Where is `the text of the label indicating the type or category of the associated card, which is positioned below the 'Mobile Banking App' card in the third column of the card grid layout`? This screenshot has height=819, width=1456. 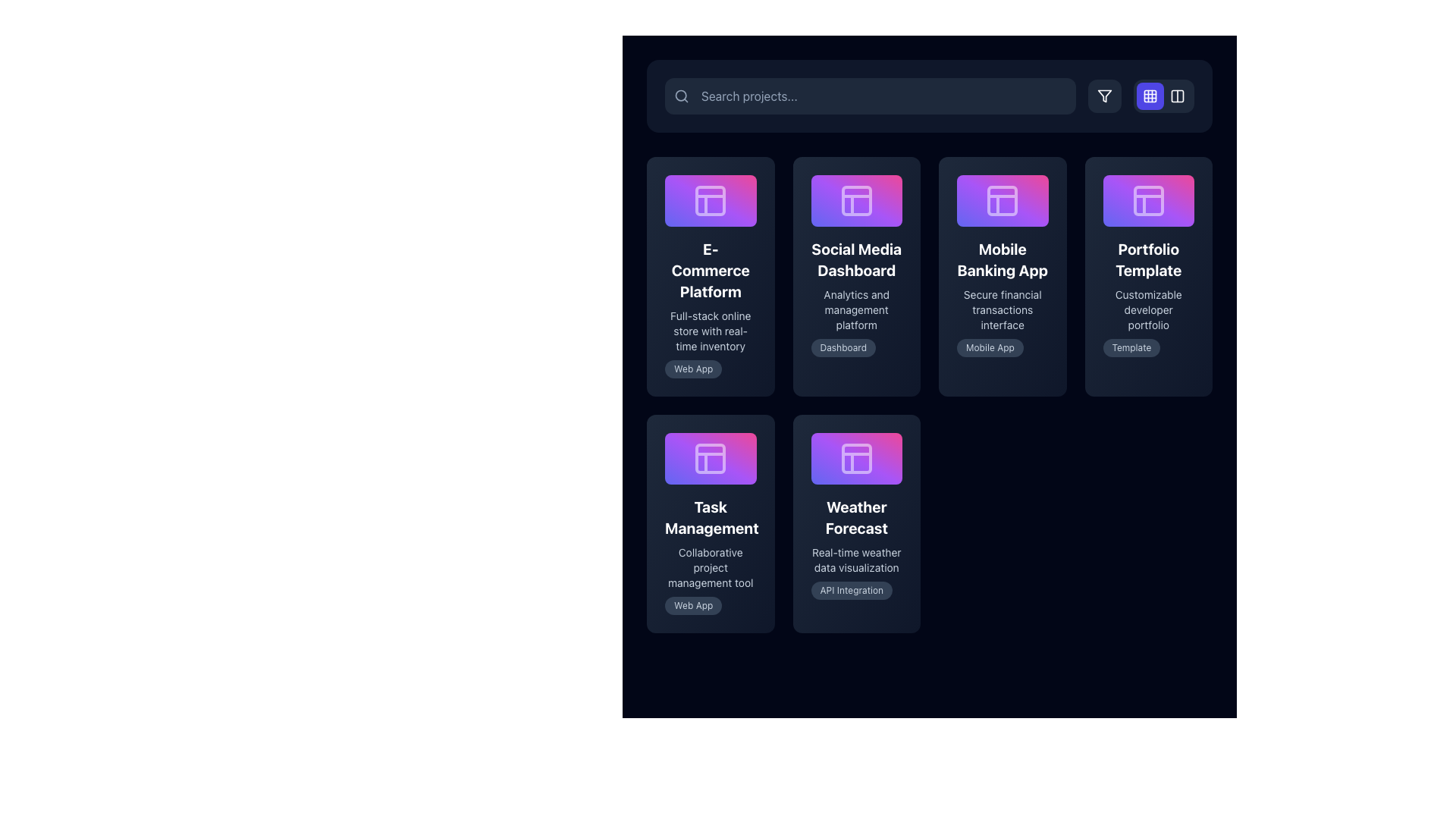
the text of the label indicating the type or category of the associated card, which is positioned below the 'Mobile Banking App' card in the third column of the card grid layout is located at coordinates (990, 347).